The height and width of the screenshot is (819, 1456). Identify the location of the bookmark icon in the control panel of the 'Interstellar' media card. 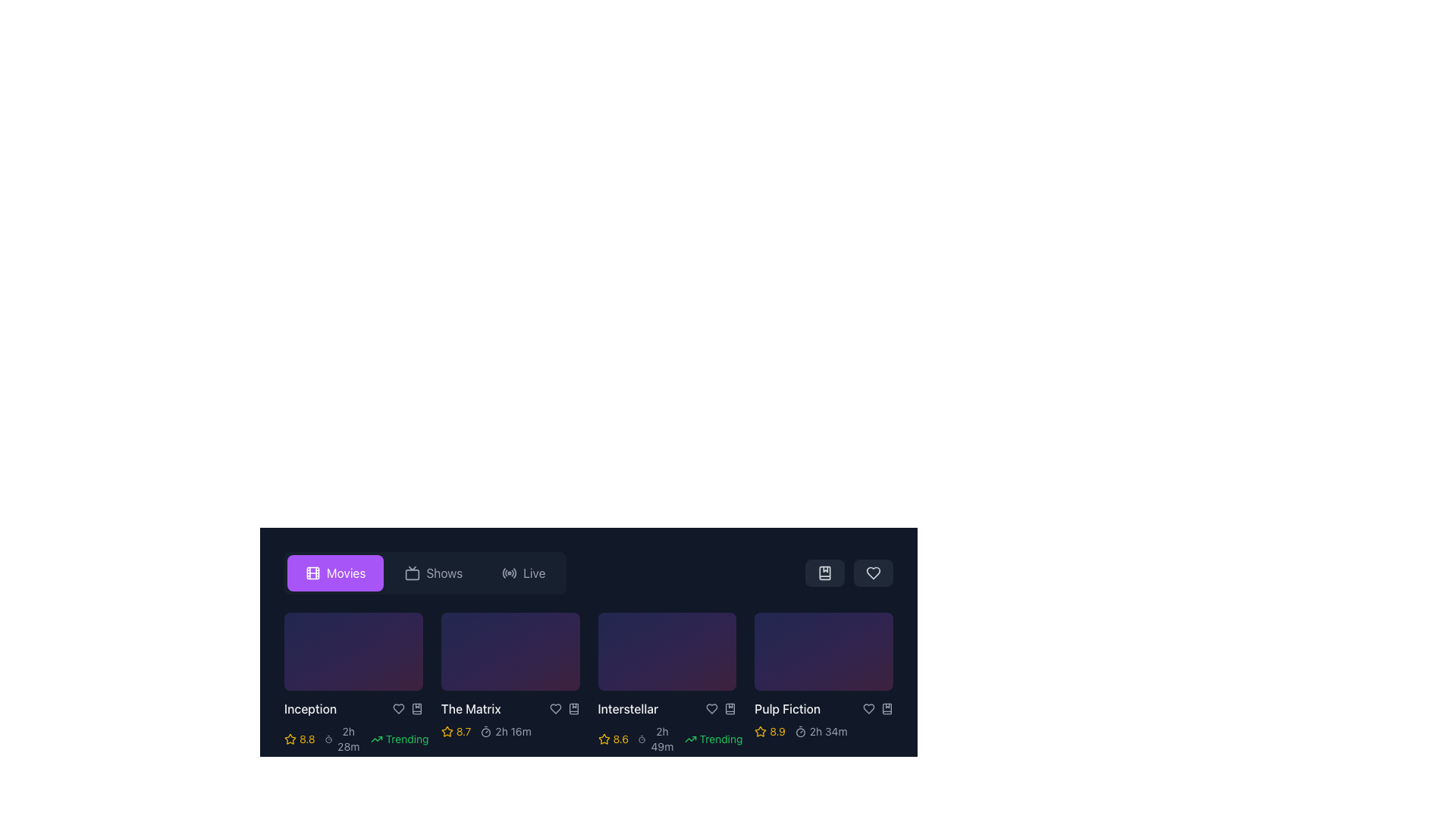
(720, 708).